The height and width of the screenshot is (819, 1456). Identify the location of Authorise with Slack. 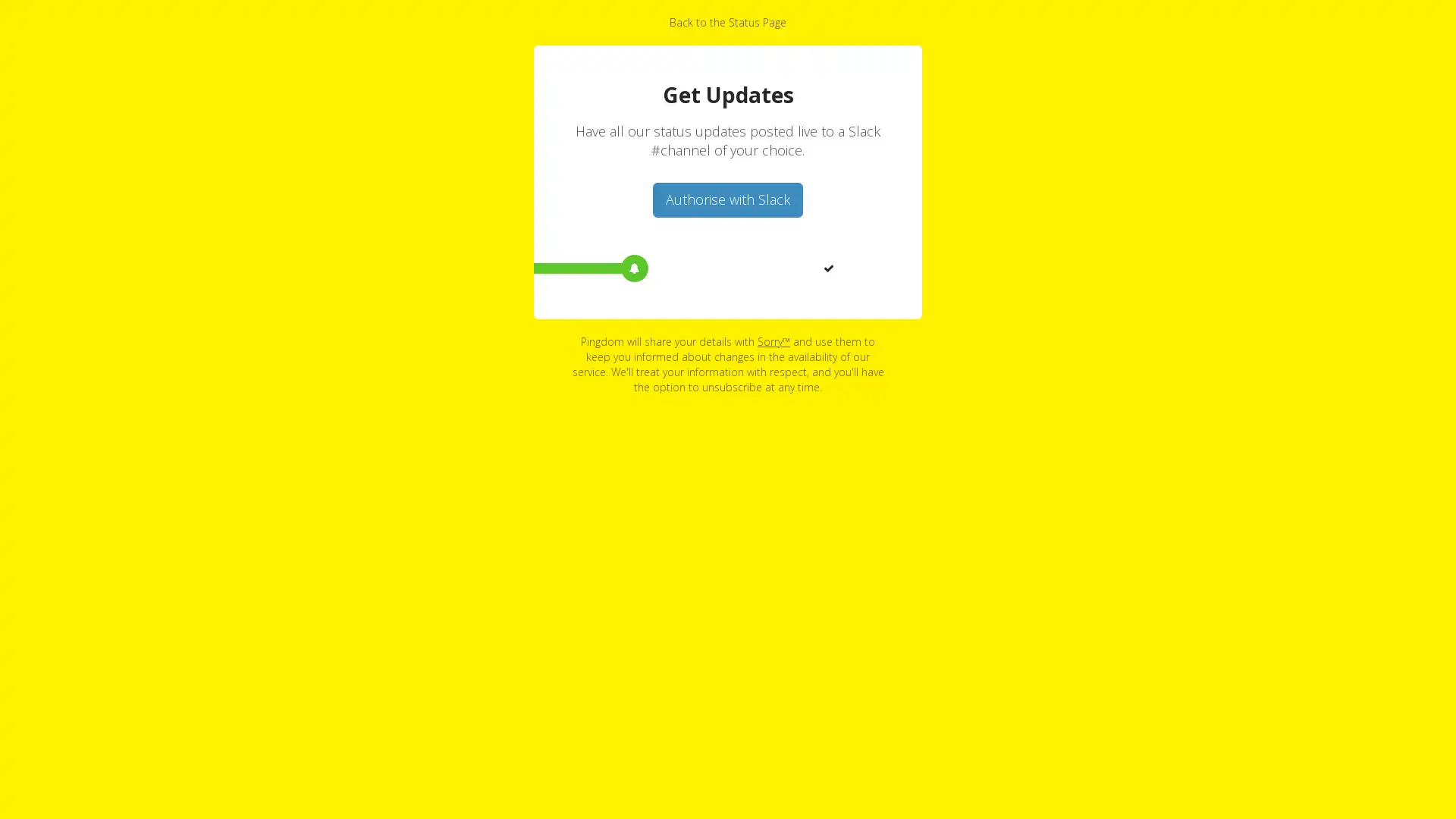
(728, 199).